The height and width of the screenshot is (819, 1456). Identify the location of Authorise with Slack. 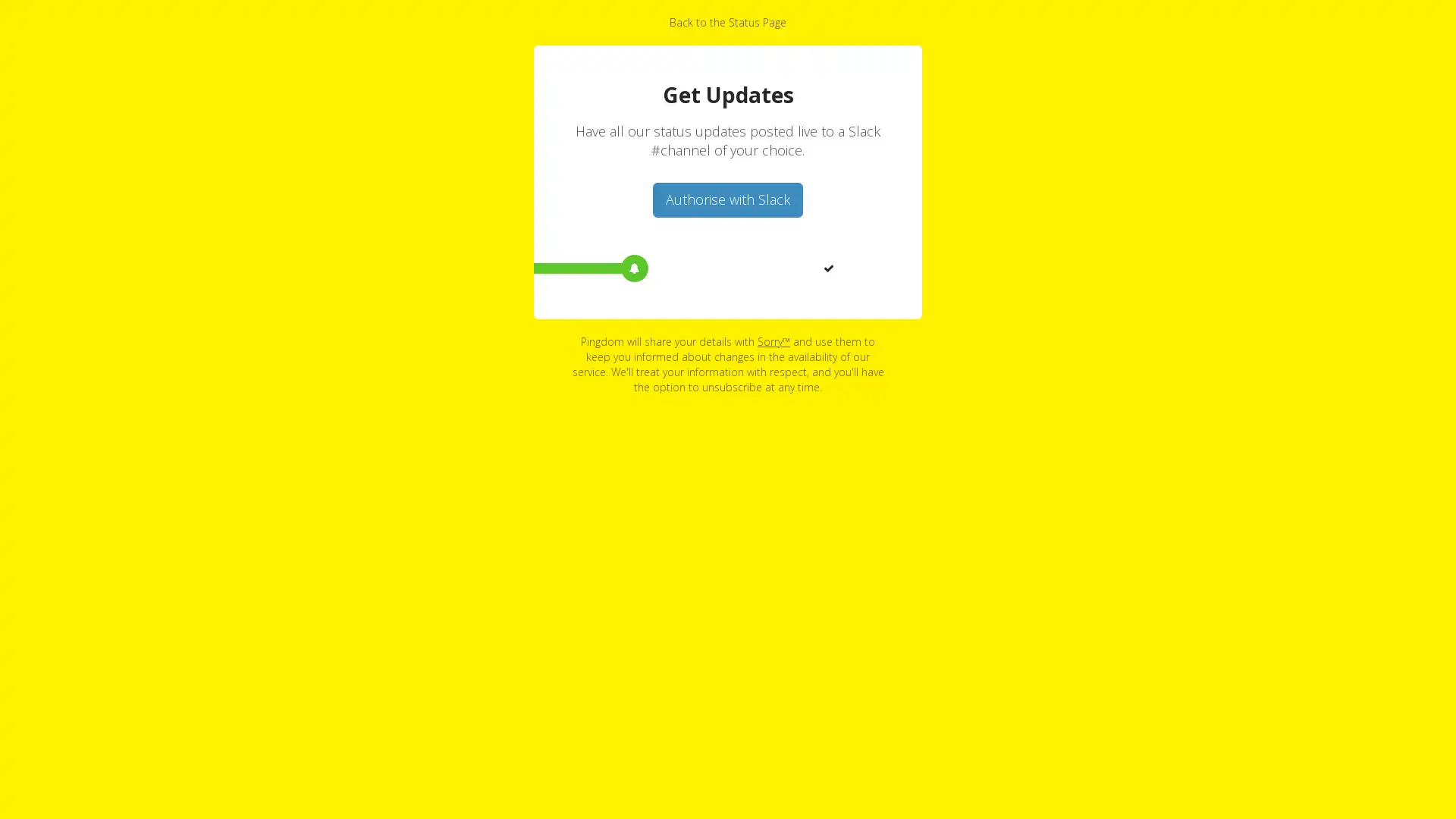
(728, 199).